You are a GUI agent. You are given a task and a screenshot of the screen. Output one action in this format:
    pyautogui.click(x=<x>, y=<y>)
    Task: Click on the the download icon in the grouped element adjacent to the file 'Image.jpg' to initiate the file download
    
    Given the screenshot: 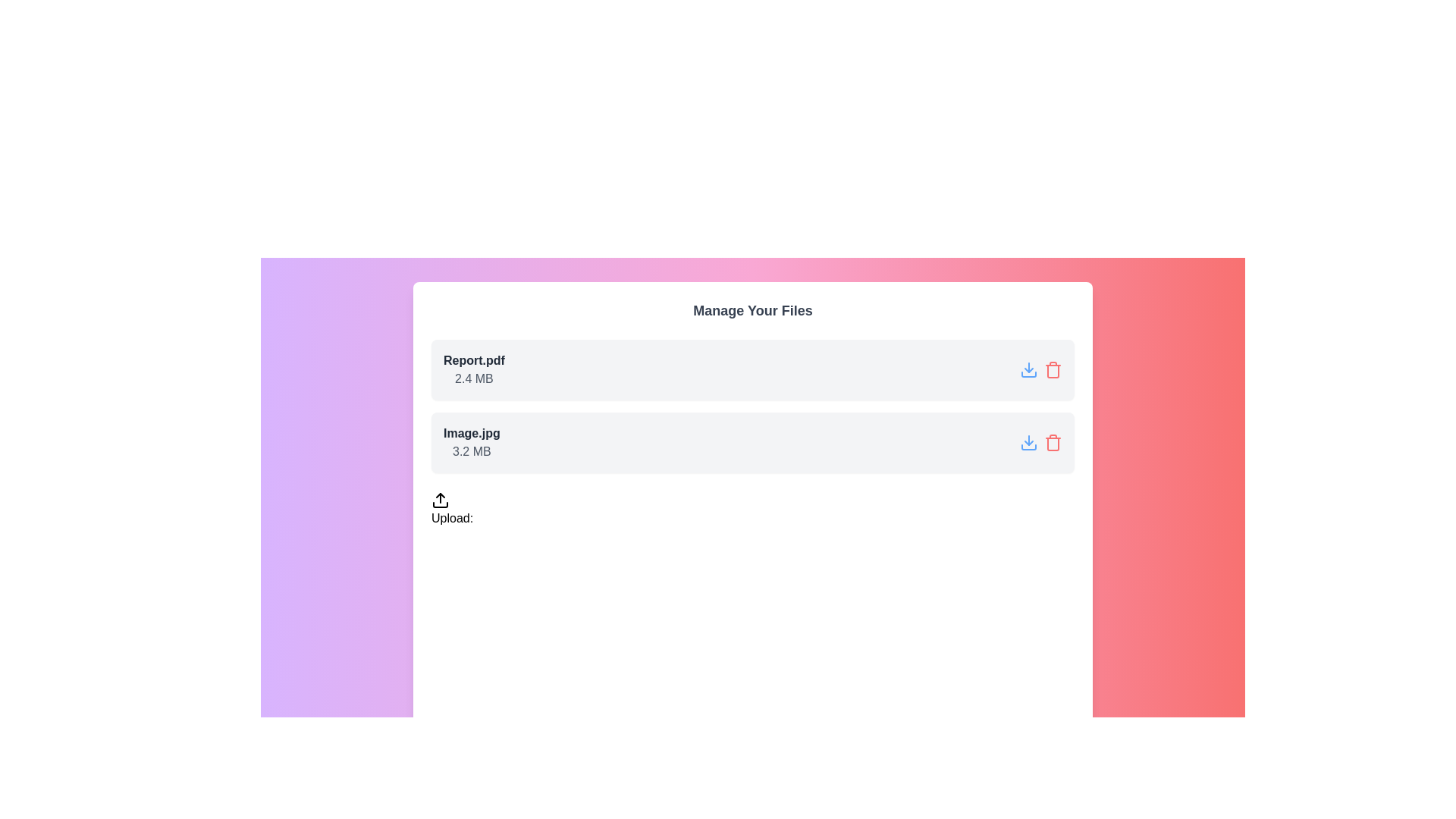 What is the action you would take?
    pyautogui.click(x=1040, y=442)
    